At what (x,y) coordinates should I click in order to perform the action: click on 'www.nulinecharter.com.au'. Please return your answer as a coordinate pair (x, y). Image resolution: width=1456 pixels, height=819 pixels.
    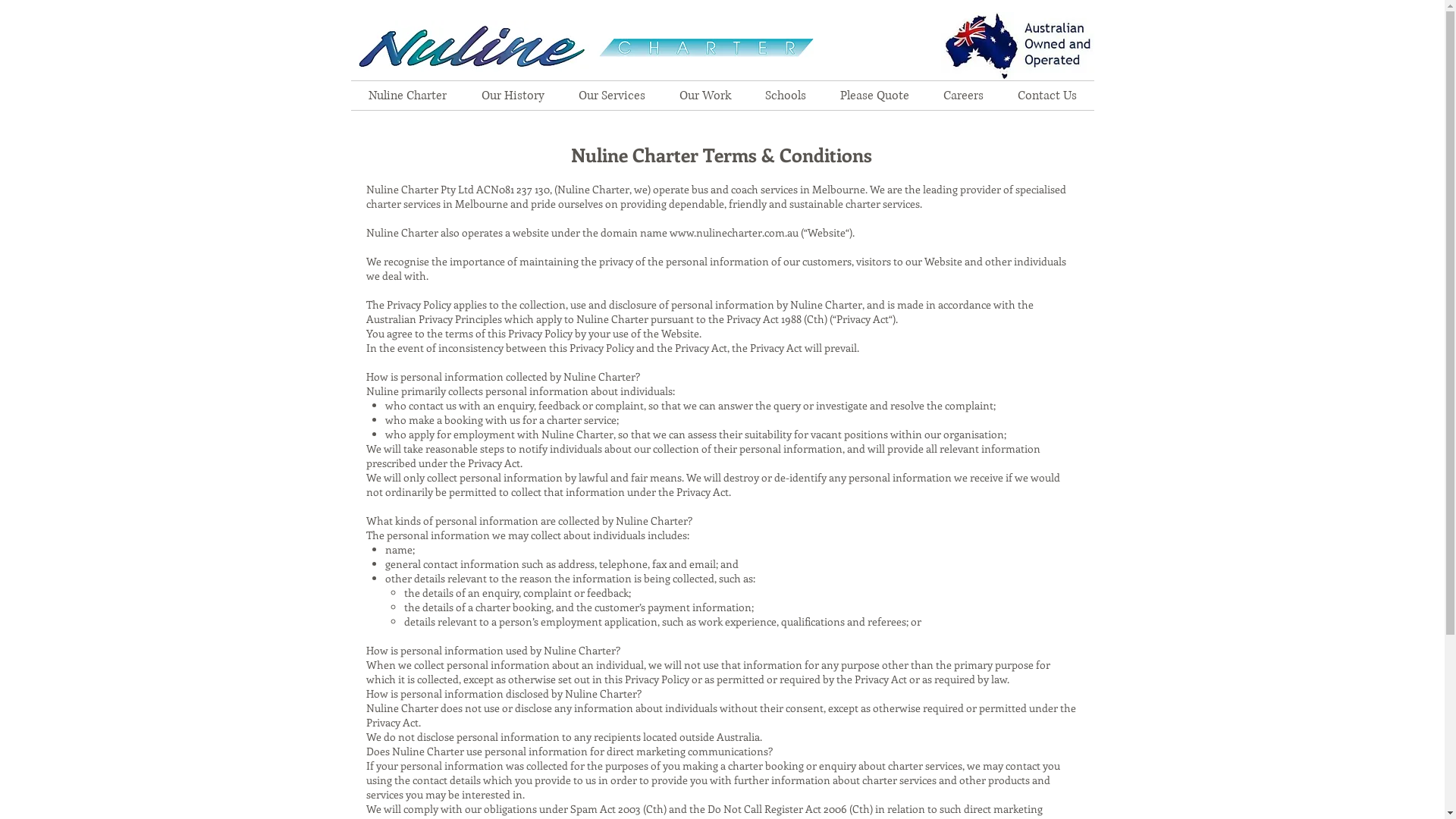
    Looking at the image, I should click on (733, 232).